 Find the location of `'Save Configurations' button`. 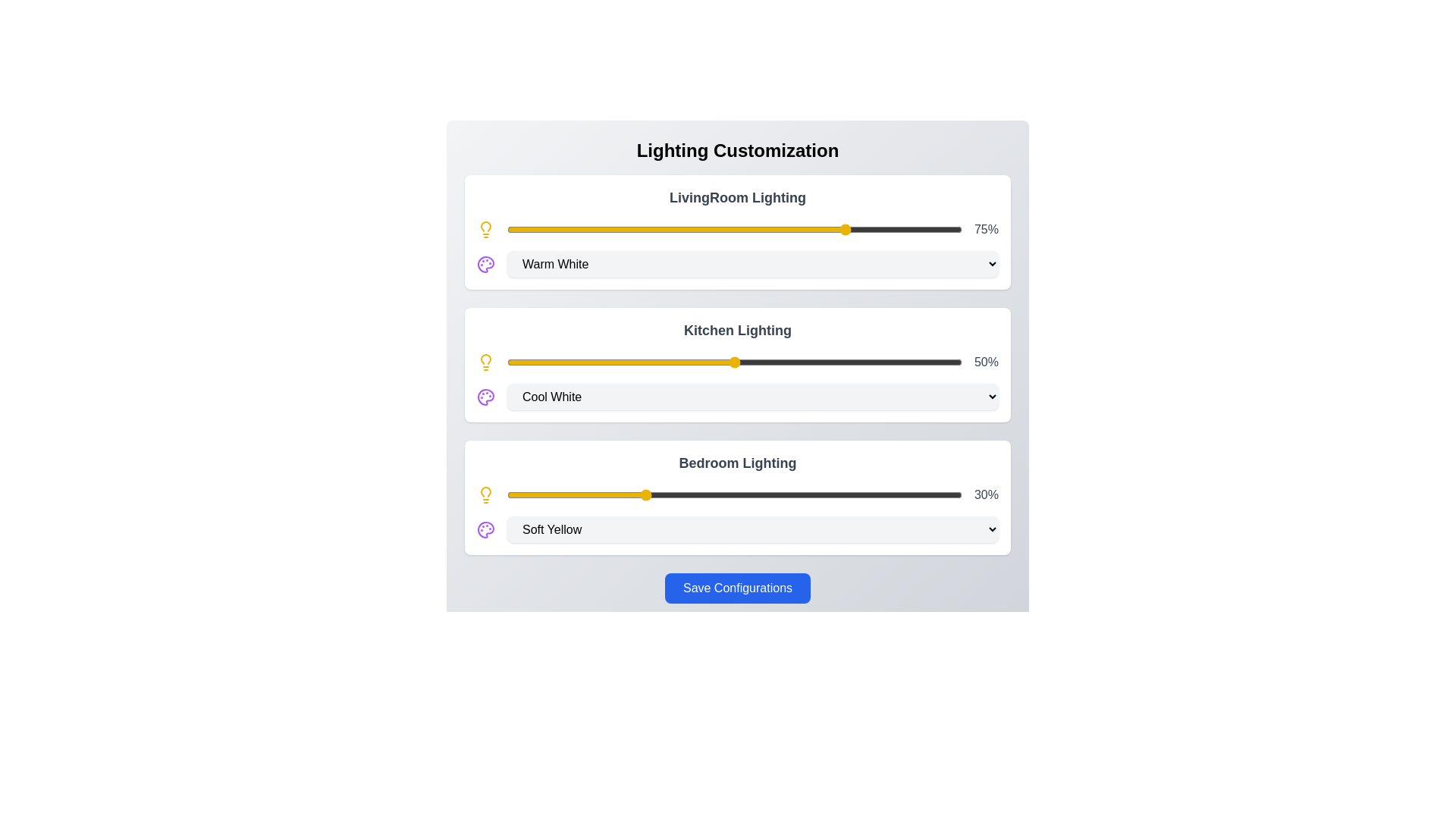

'Save Configurations' button is located at coordinates (738, 587).